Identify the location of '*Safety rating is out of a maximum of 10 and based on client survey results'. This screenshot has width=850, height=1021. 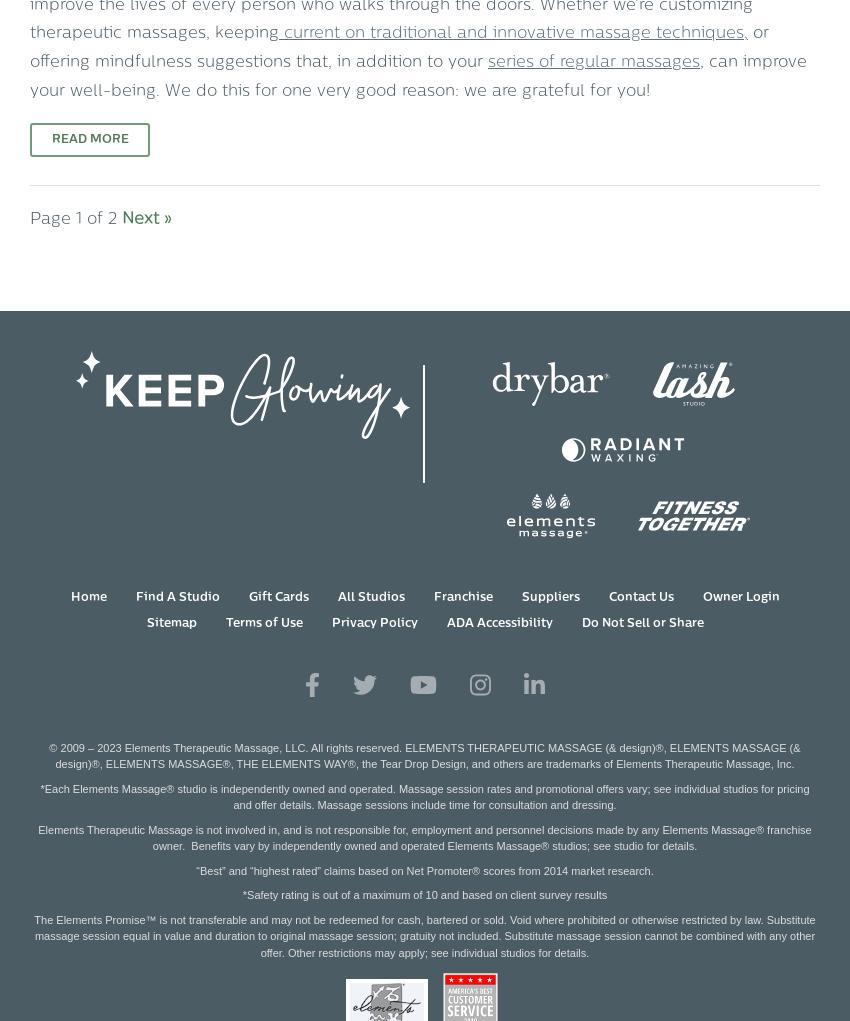
(424, 894).